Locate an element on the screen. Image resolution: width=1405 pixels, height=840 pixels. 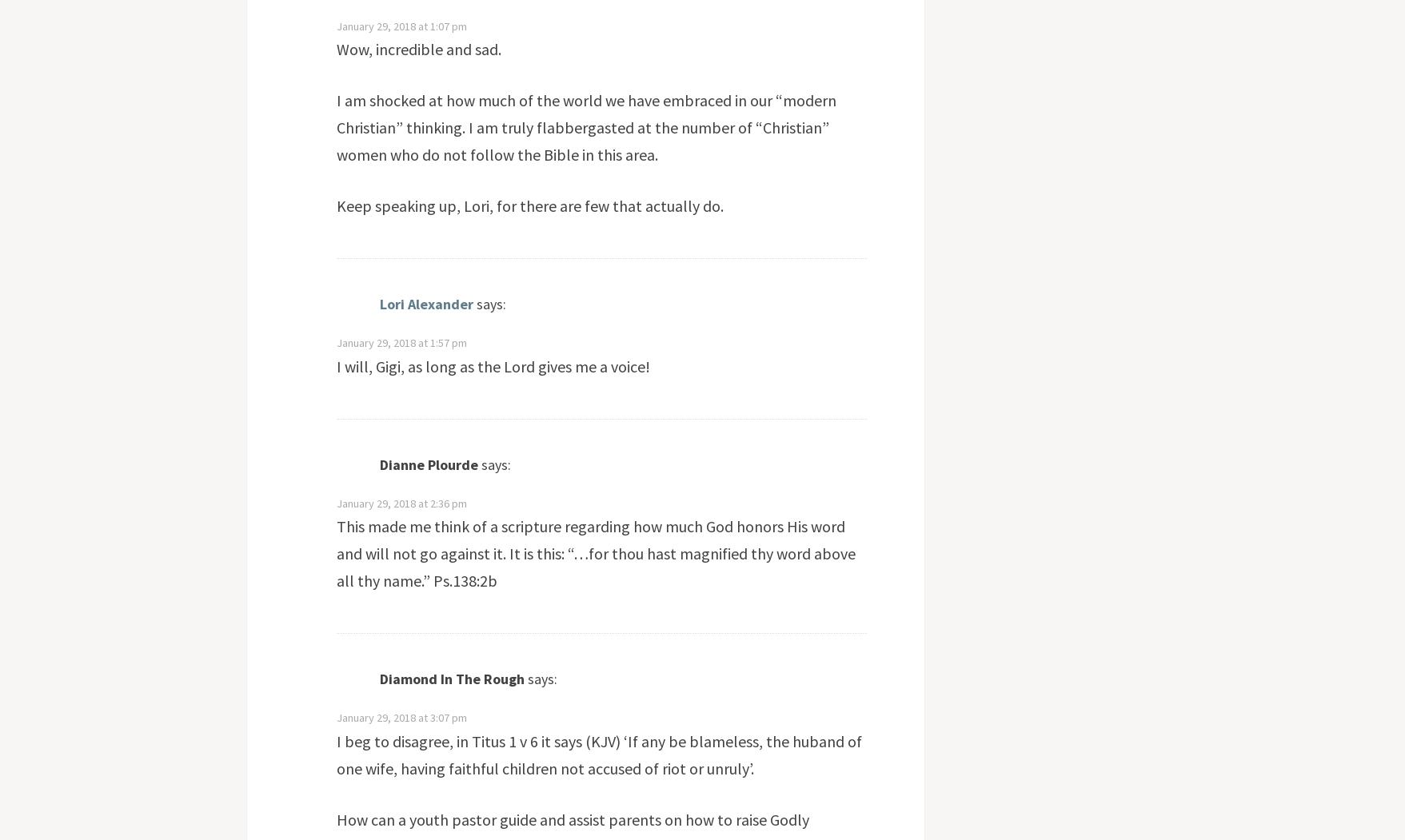
'I am shocked at how much of the world we have embraced in our “modern Christian” thinking. I am truly flabbergasted at the number of “Christian” women who do not follow the Bible in this area.' is located at coordinates (585, 126).